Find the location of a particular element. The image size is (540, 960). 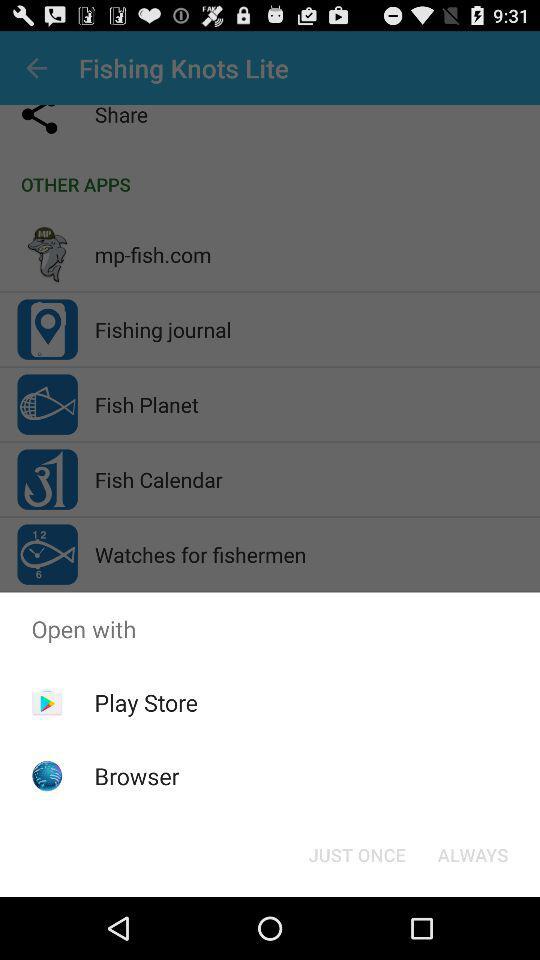

just once item is located at coordinates (356, 853).